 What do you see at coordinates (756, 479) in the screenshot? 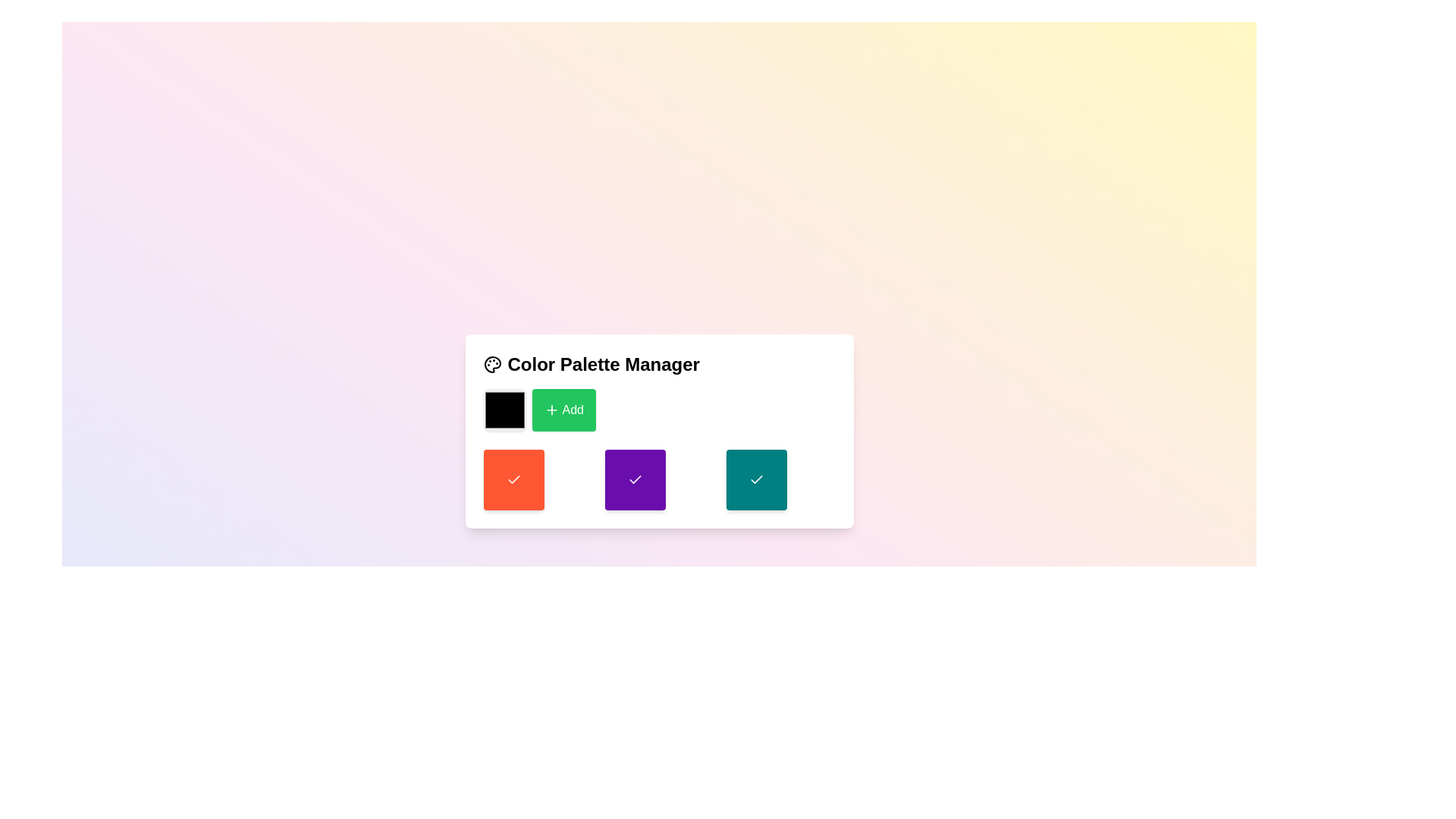
I see `the teal-colored icon in the bottom-right corner of the 'Color Palette Manager' layout, which is the fourth square from the left, to indicate selection or confirmation` at bounding box center [756, 479].